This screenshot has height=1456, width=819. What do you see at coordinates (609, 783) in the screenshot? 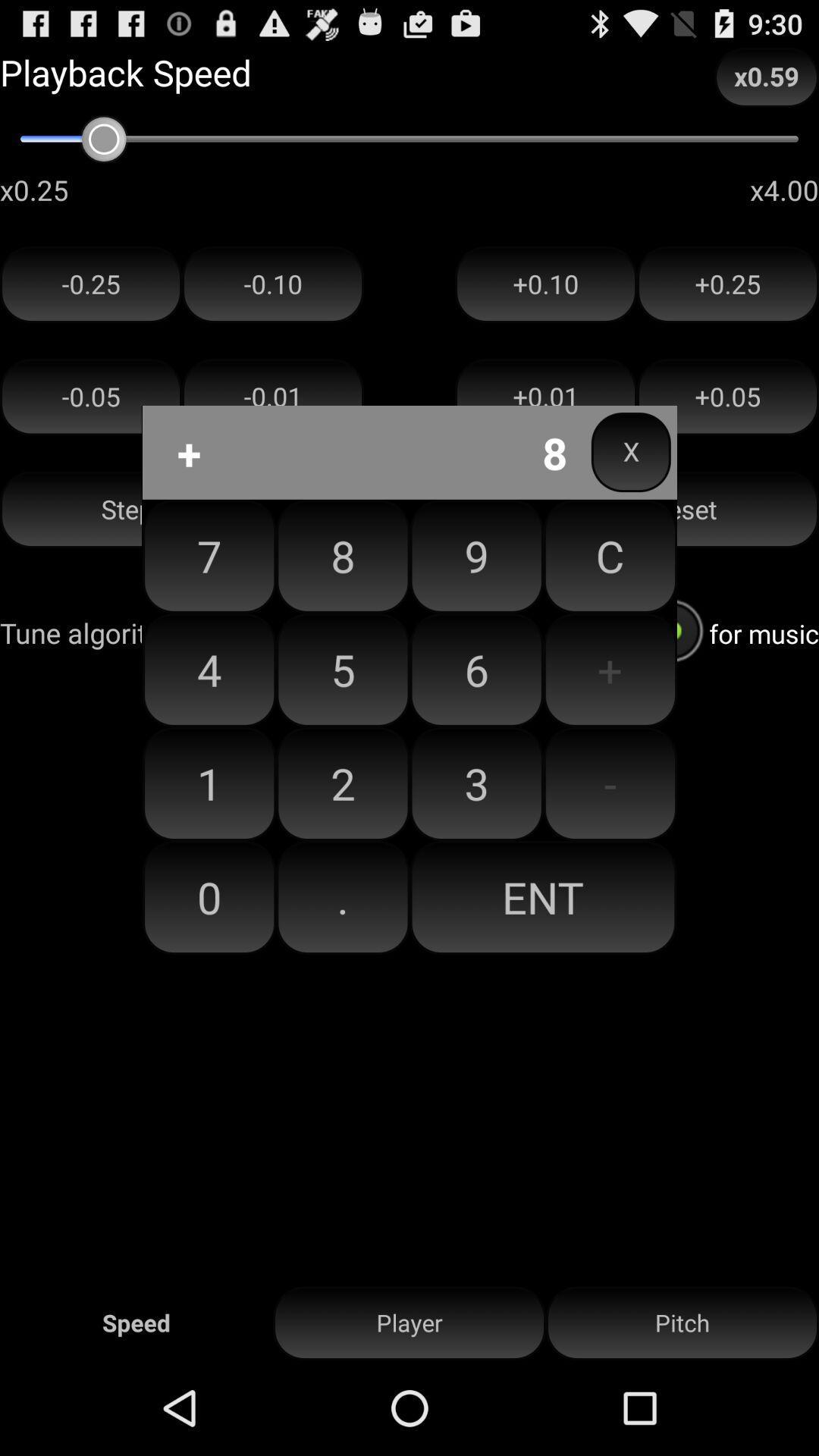
I see `the button above ent item` at bounding box center [609, 783].